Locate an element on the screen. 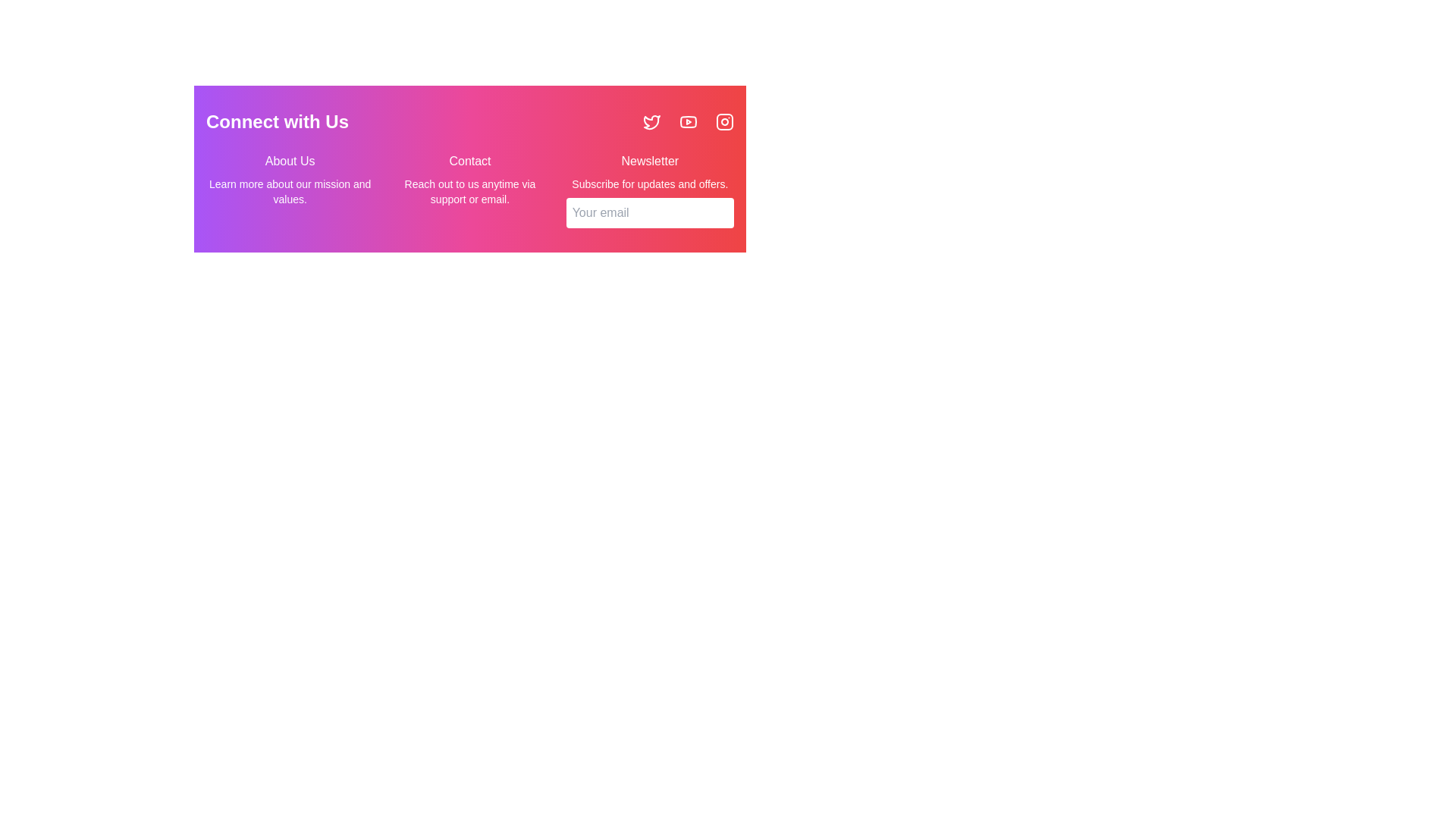 This screenshot has height=819, width=1456. displayed information in the static text section with a gradient background that includes 'About Us', 'Contact', and 'Newsletter' headers, located centrally under 'Connect with Us' is located at coordinates (469, 169).